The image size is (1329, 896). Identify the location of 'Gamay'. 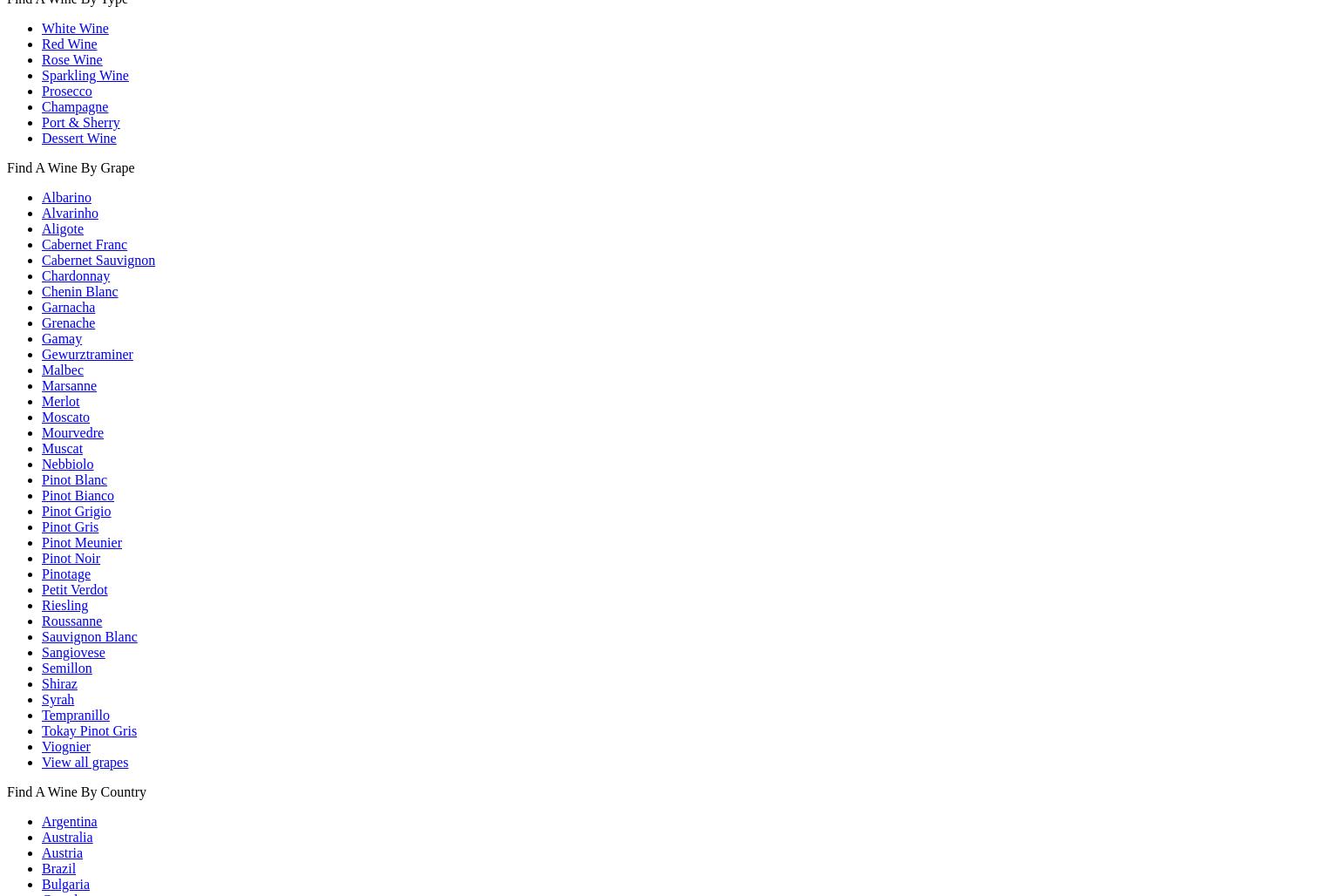
(62, 337).